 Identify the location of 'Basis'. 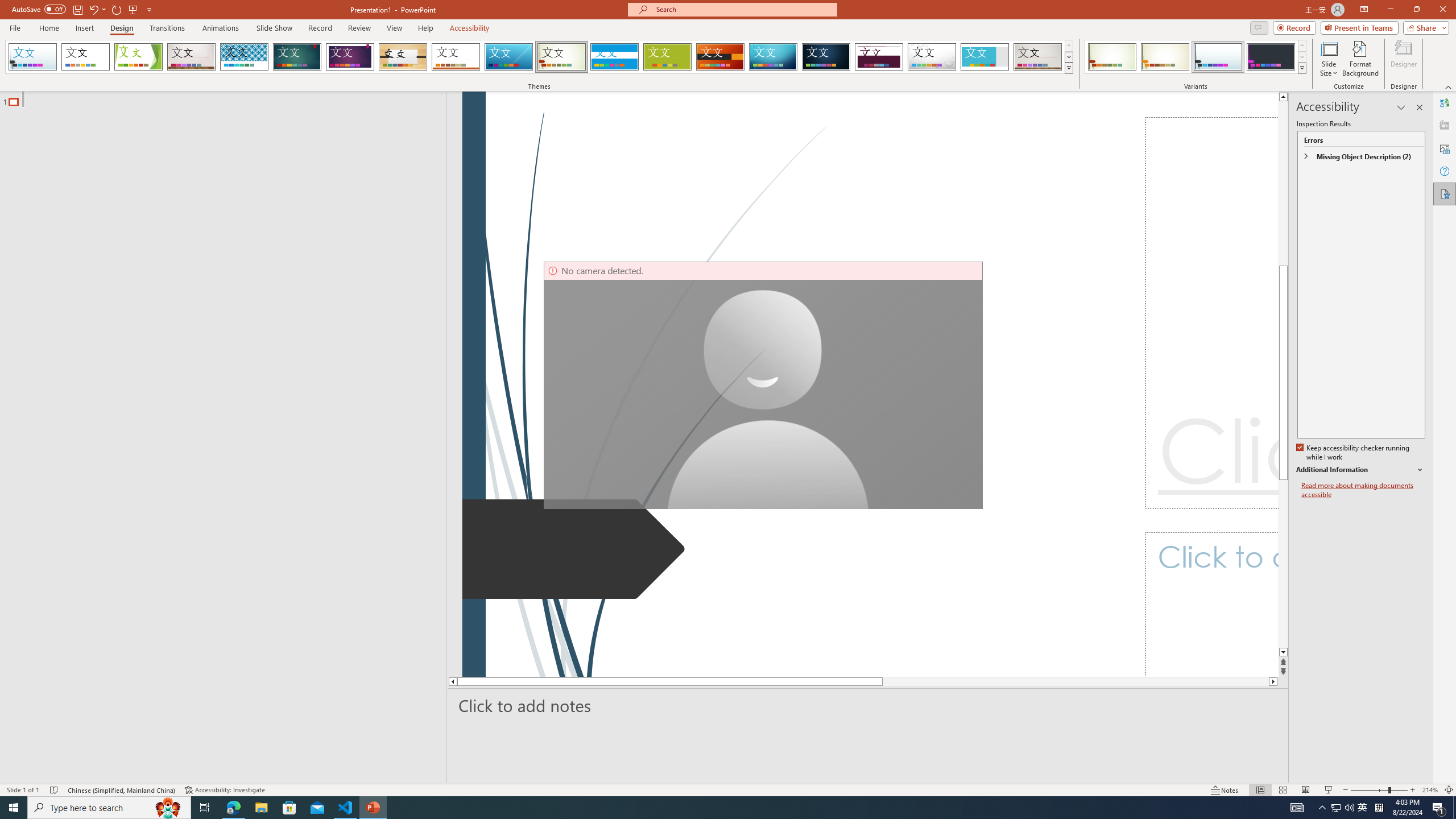
(667, 56).